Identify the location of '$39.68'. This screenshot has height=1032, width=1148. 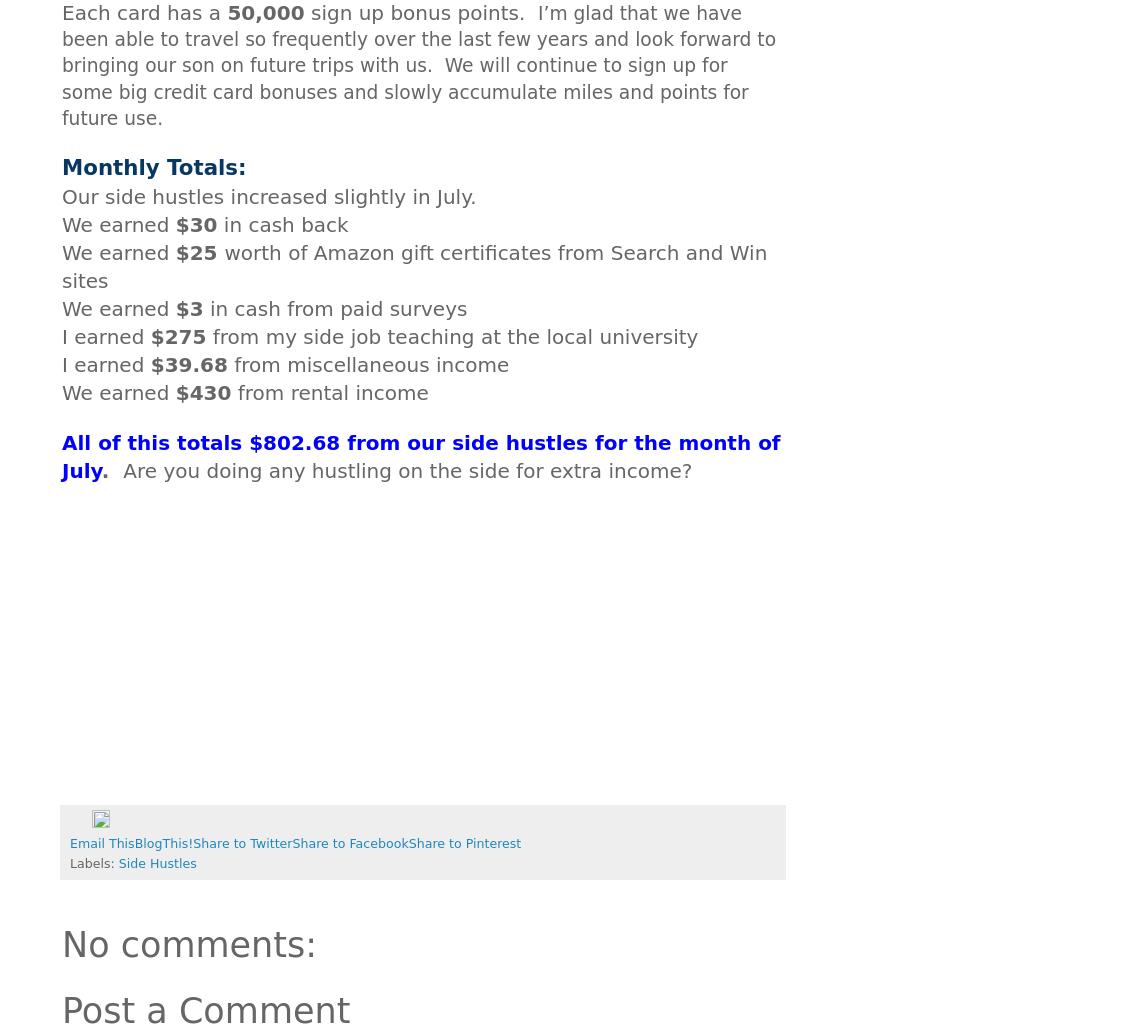
(150, 365).